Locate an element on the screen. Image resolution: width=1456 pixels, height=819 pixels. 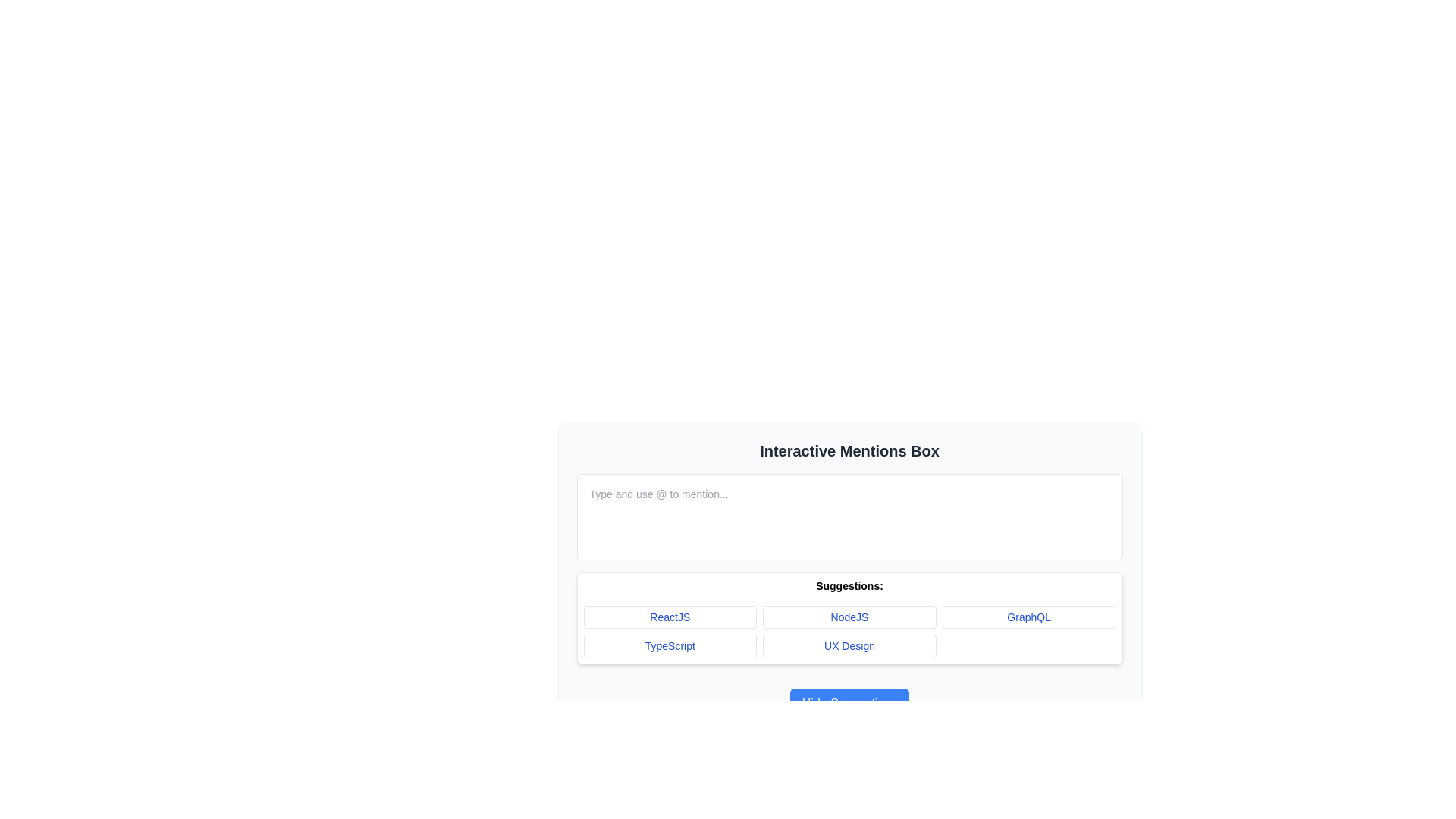
the button labeled 'ReactJS' located in the first column of the first row within the 'Suggestions' grid is located at coordinates (669, 617).